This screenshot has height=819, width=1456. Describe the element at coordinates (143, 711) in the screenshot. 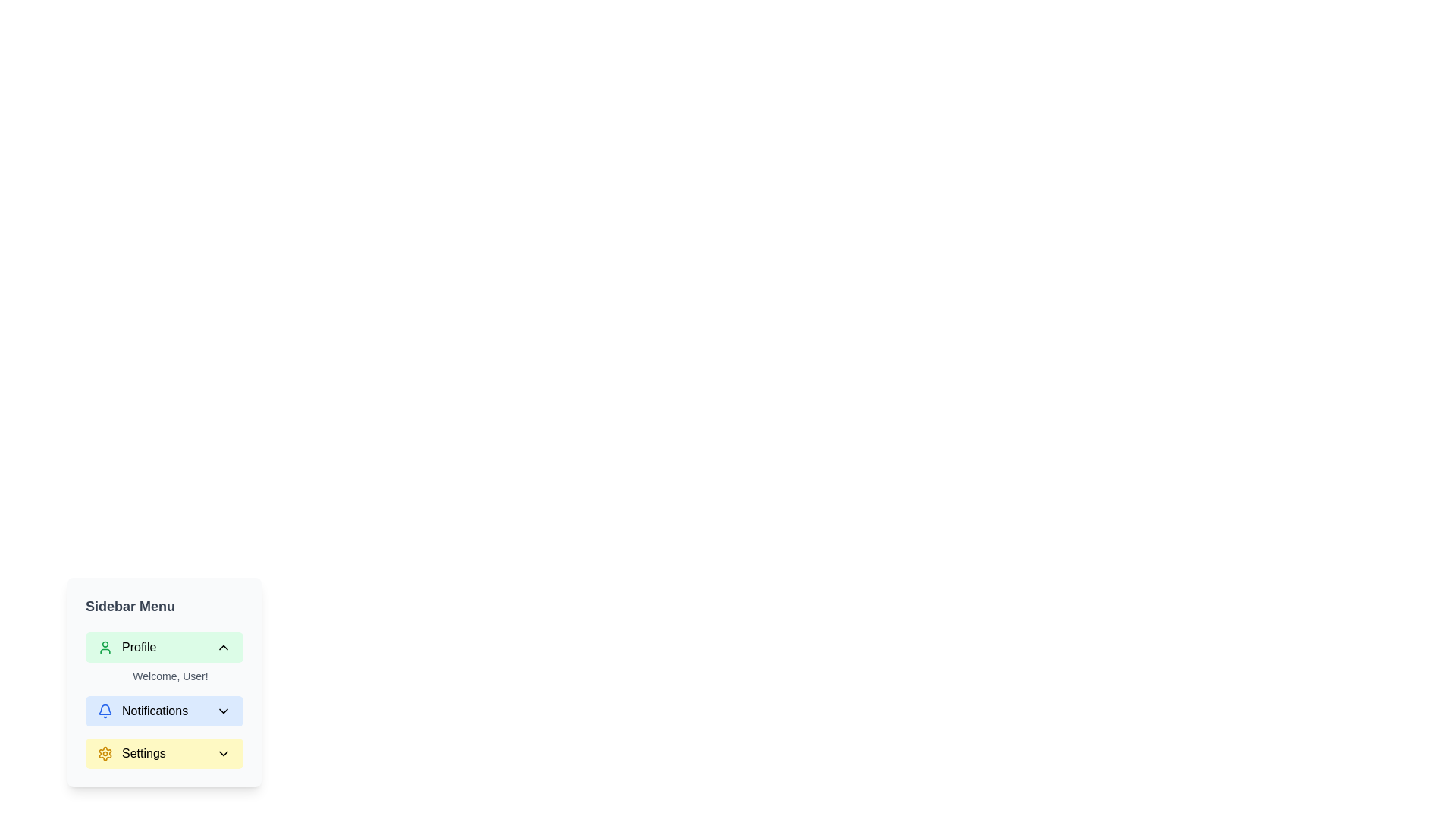

I see `the notifications text label located in the sidebar menu below the 'Profile' section and above the 'Settings' section` at that location.